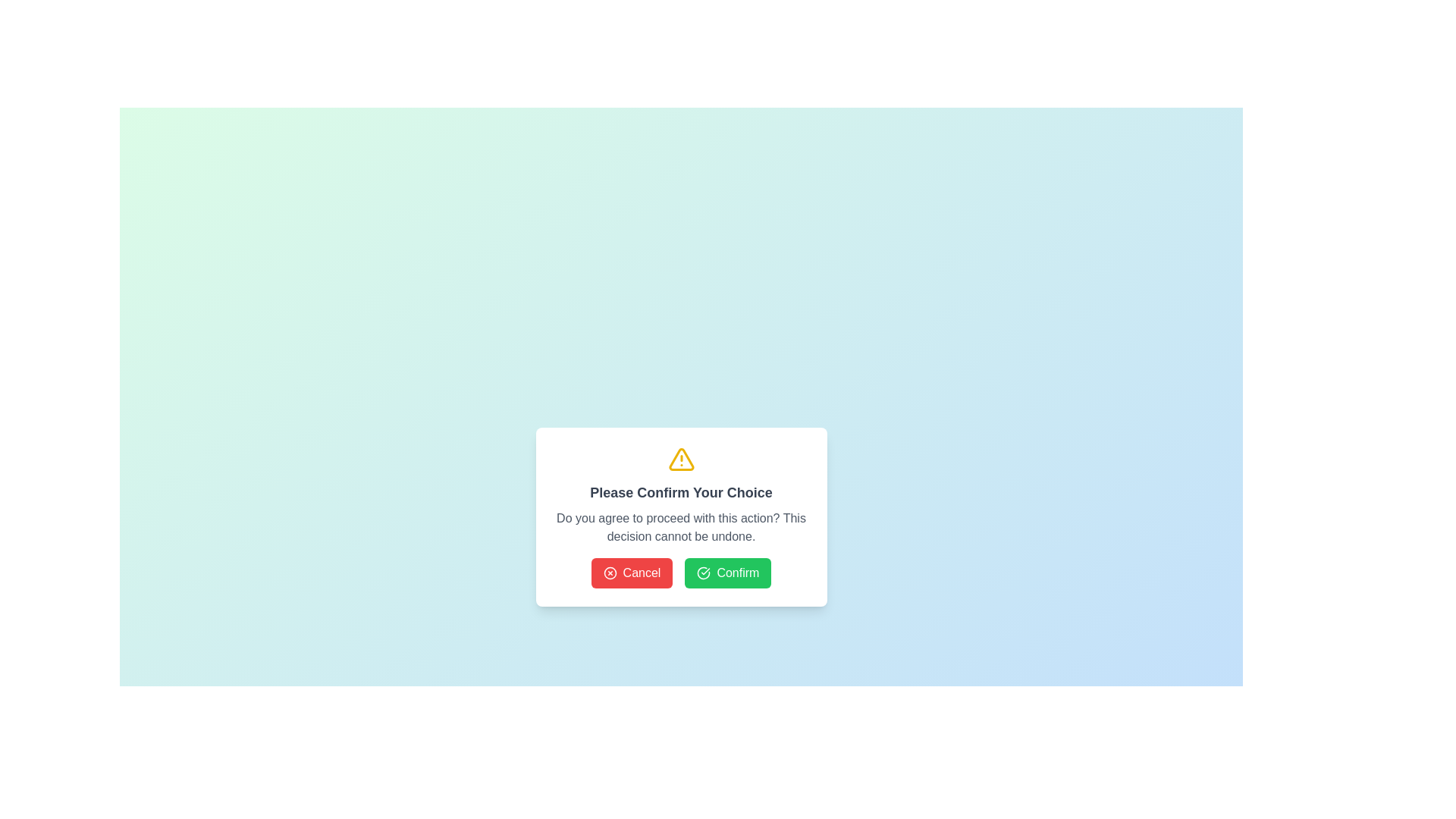  I want to click on the green 'Confirm' button with rounded edges, which has white text and a circular check icon, to confirm the action, so click(728, 573).